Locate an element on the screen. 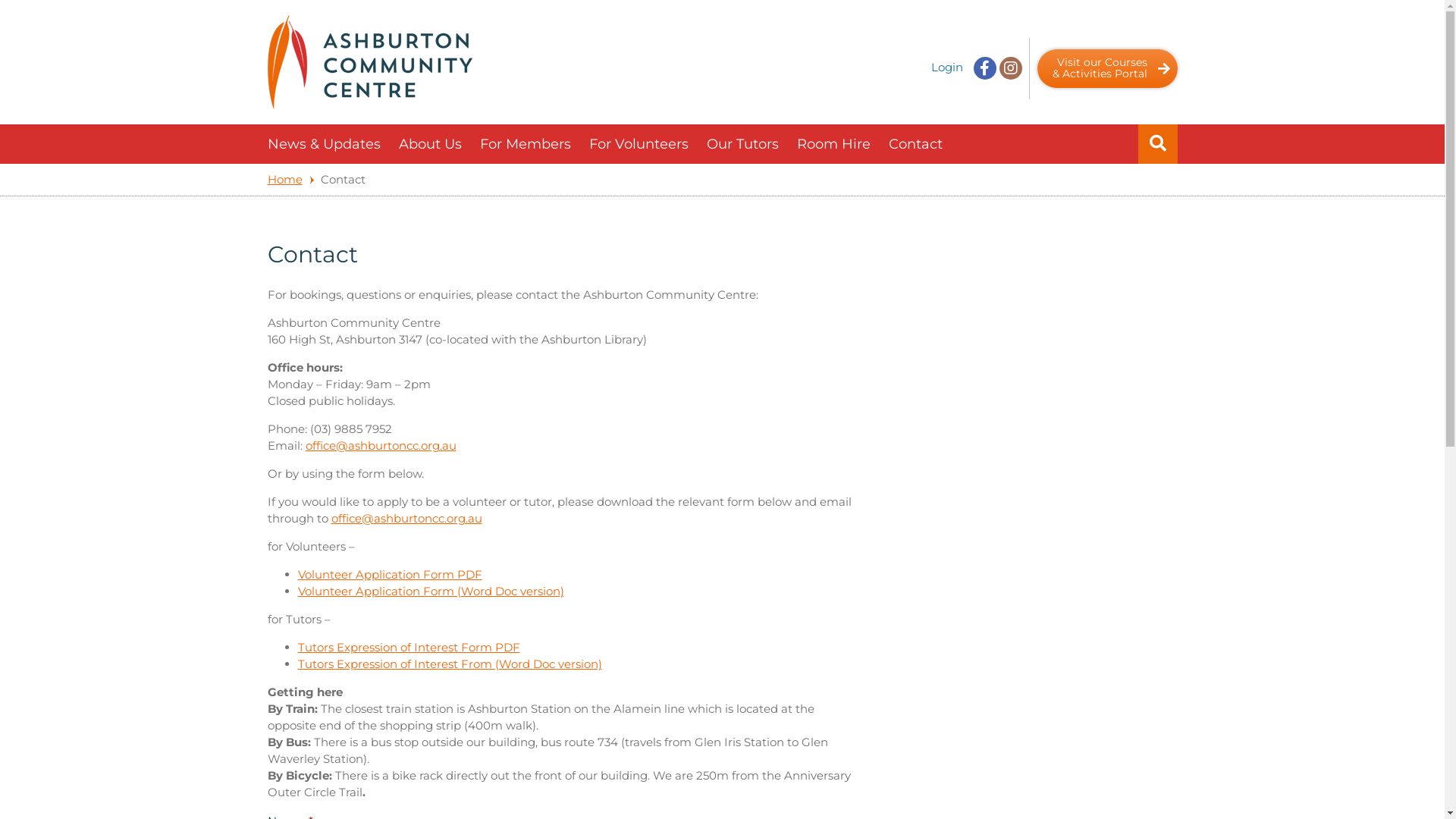 The width and height of the screenshot is (1456, 819). 'Volunteer Application Form (Word Doc version)' is located at coordinates (429, 590).